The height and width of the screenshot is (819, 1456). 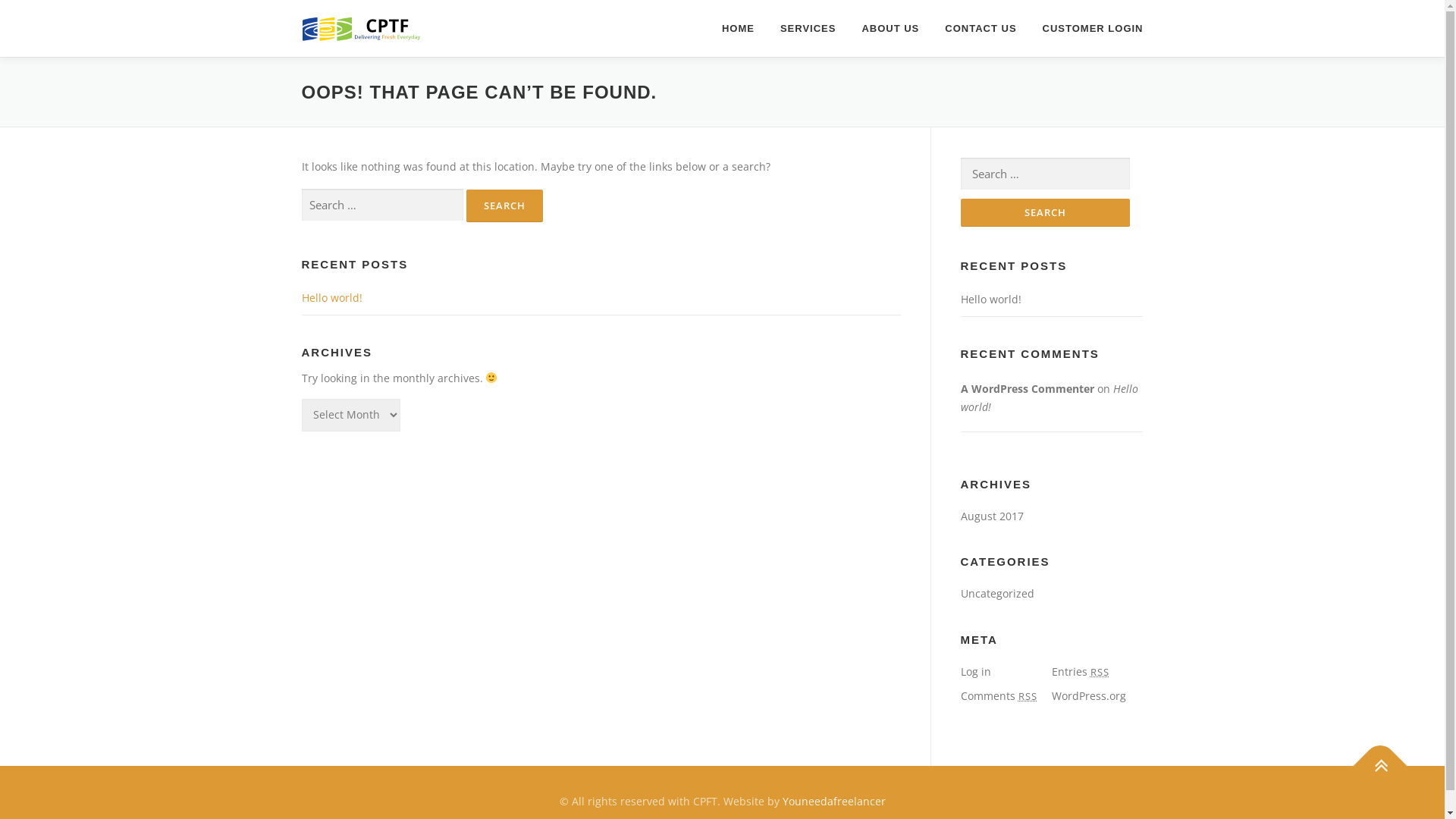 I want to click on 'Skip to content', so click(x=37, y=8).